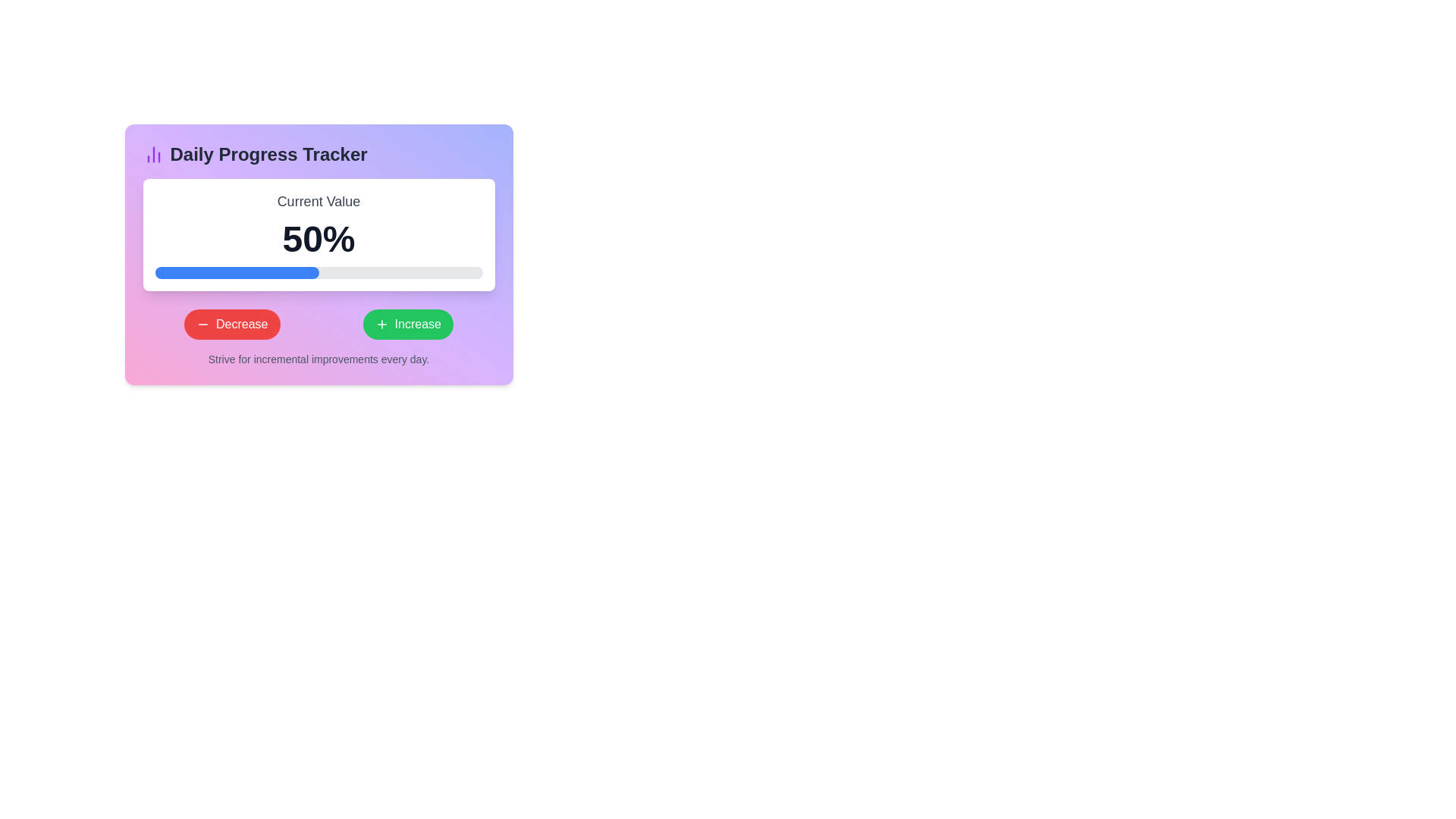  Describe the element at coordinates (408, 324) in the screenshot. I see `the second button below the progress bar to increase the current value displayed above it` at that location.